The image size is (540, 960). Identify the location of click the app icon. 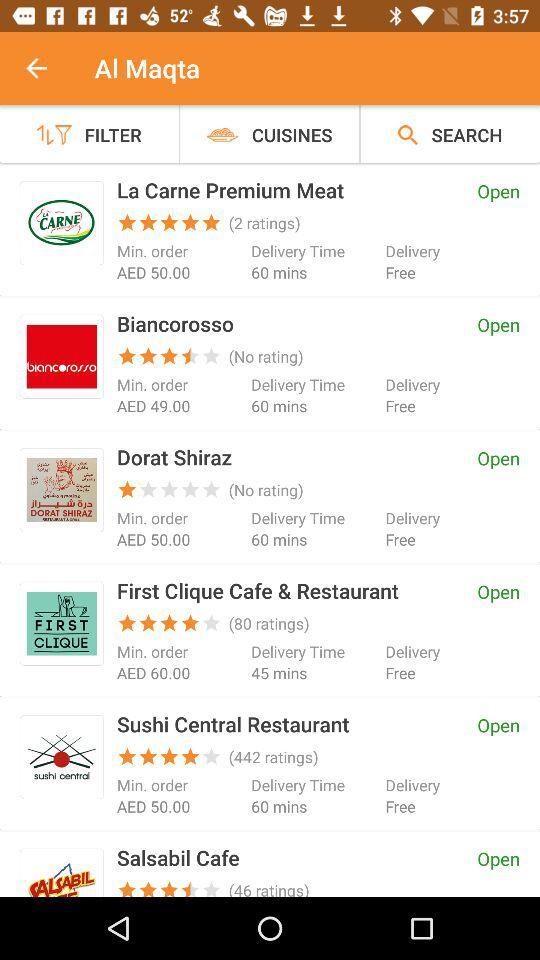
(61, 223).